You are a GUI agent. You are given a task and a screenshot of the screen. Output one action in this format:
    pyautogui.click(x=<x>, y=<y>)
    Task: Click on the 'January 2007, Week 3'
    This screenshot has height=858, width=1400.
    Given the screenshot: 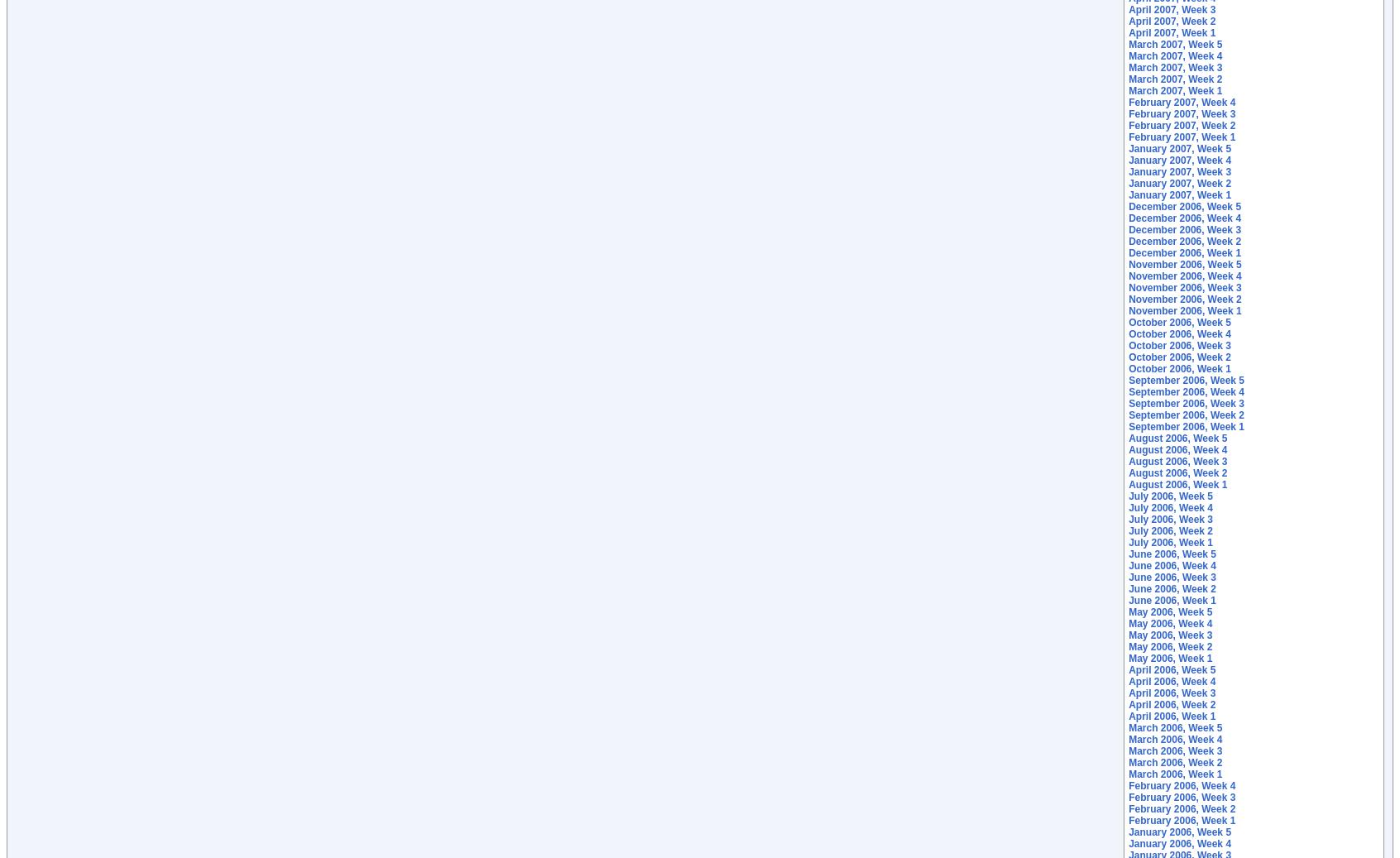 What is the action you would take?
    pyautogui.click(x=1179, y=171)
    